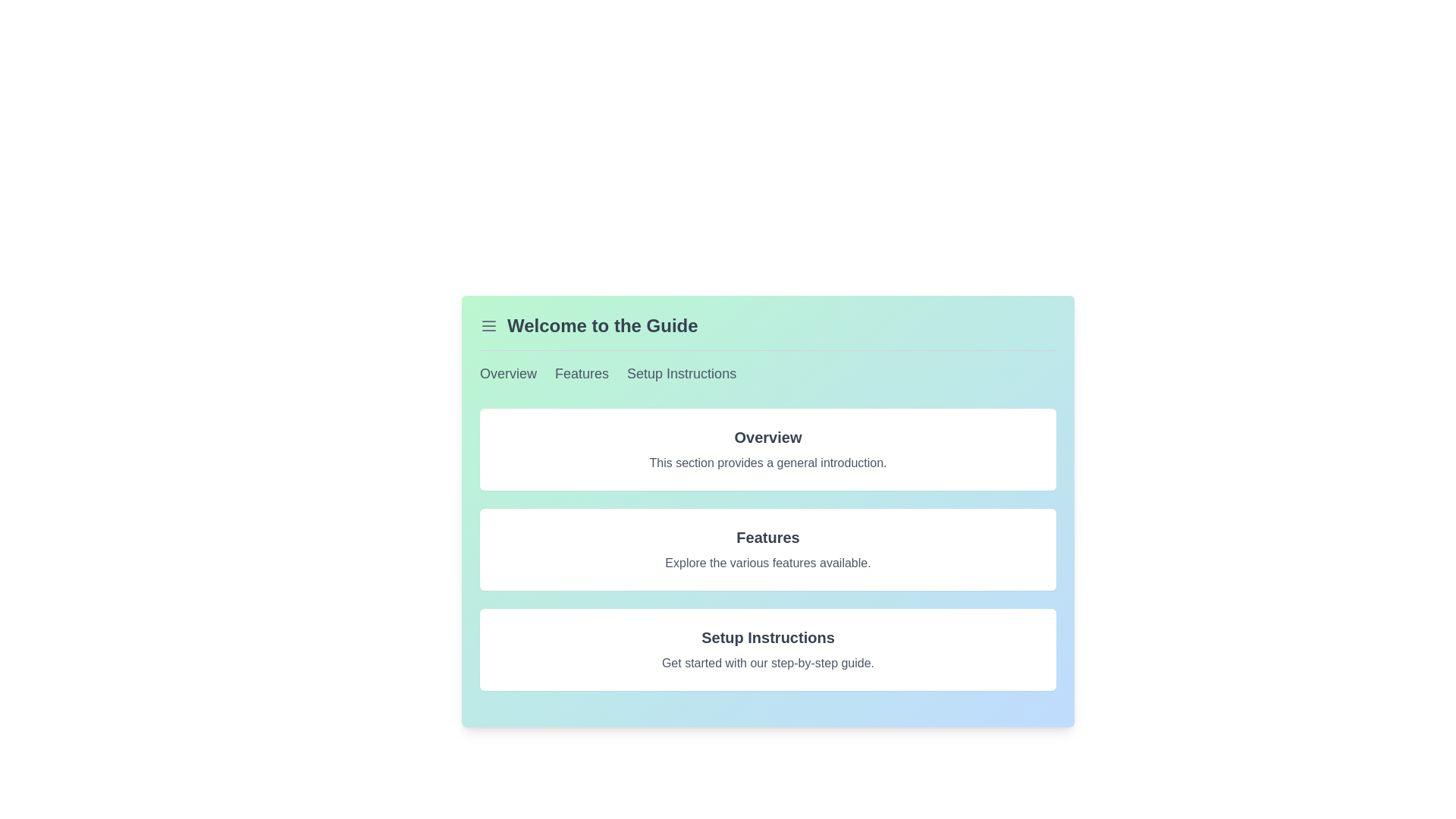 This screenshot has width=1456, height=819. What do you see at coordinates (508, 374) in the screenshot?
I see `the 'Overview' hyperlink located in the top-left horizontal menu bar` at bounding box center [508, 374].